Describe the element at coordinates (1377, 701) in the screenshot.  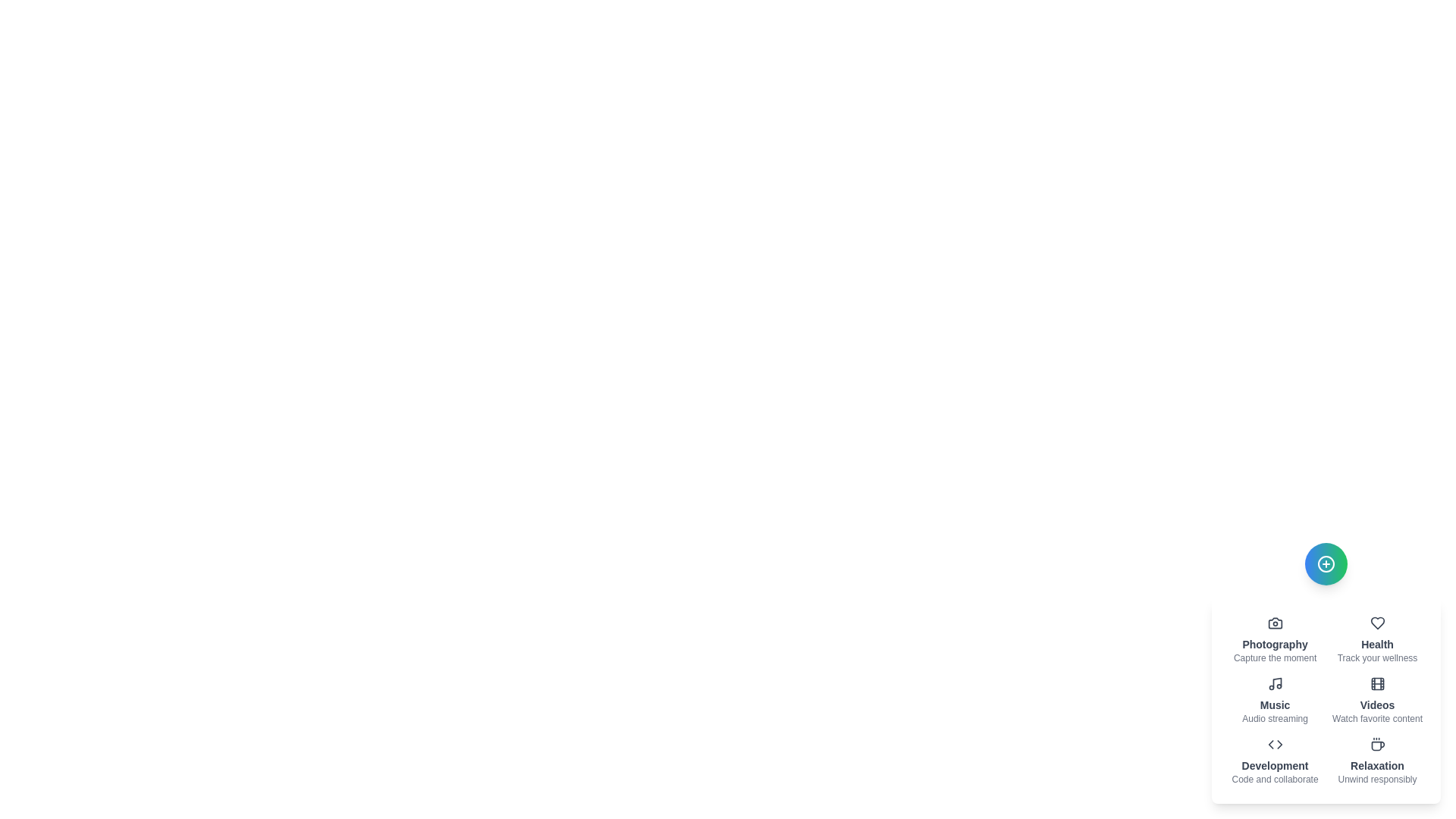
I see `the item labeled 'Videos' to observe its hover effect` at that location.